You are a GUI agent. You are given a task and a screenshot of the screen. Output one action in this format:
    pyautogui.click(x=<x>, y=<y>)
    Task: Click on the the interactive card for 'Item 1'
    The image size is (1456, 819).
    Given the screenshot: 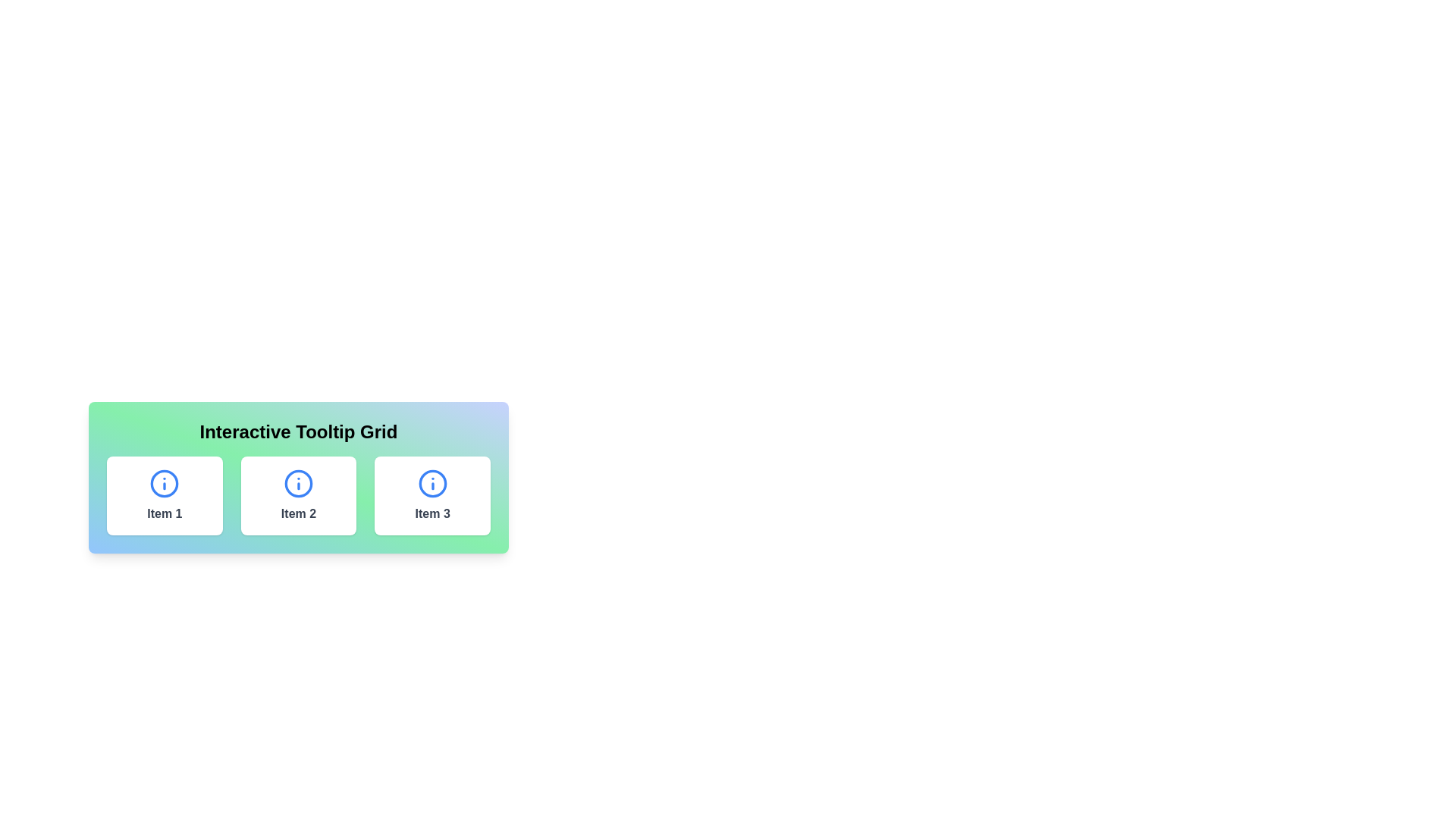 What is the action you would take?
    pyautogui.click(x=165, y=496)
    